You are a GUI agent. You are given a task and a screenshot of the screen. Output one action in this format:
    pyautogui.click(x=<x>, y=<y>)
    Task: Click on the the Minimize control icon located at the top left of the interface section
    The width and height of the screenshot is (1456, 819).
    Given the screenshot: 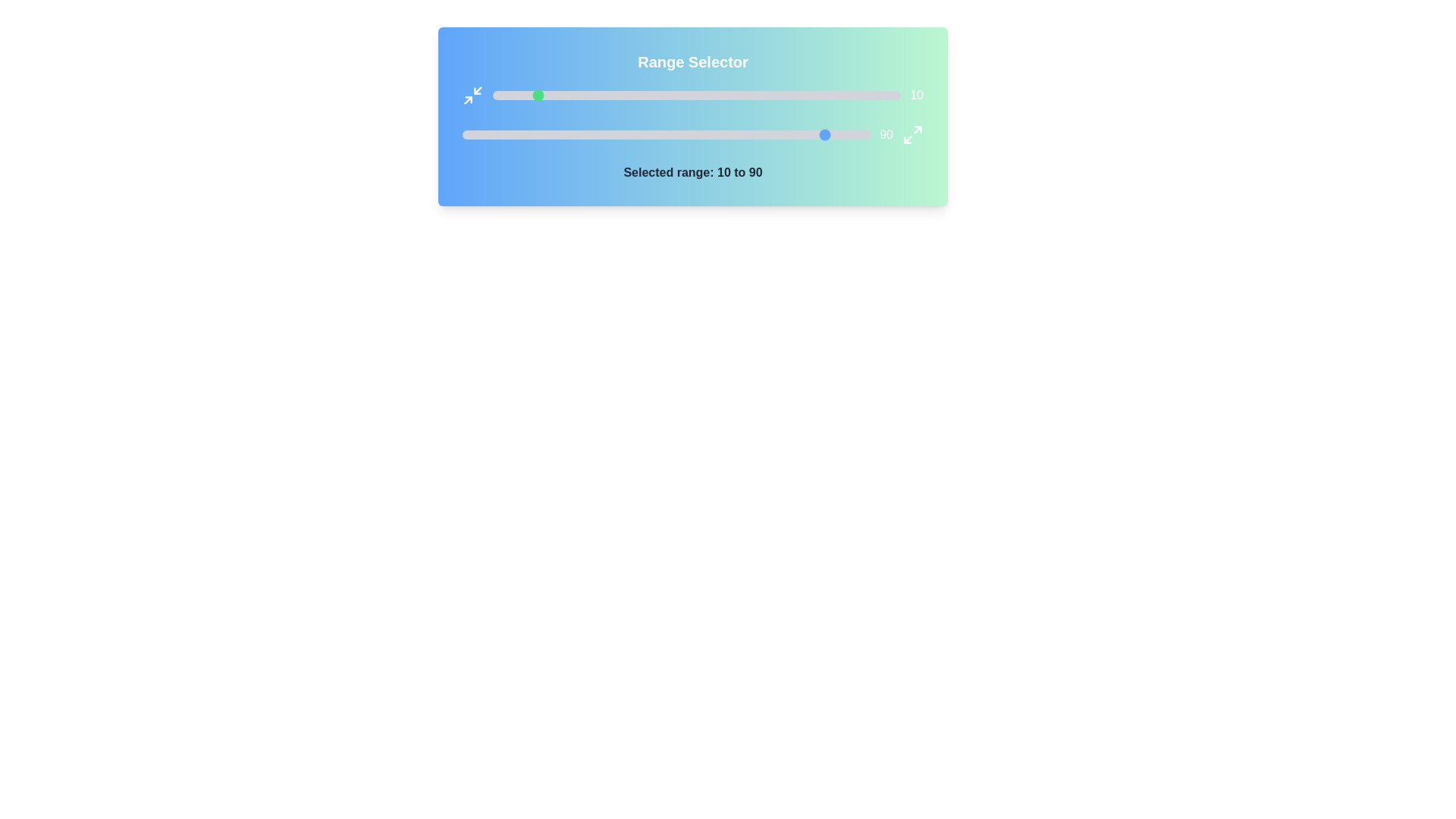 What is the action you would take?
    pyautogui.click(x=472, y=96)
    